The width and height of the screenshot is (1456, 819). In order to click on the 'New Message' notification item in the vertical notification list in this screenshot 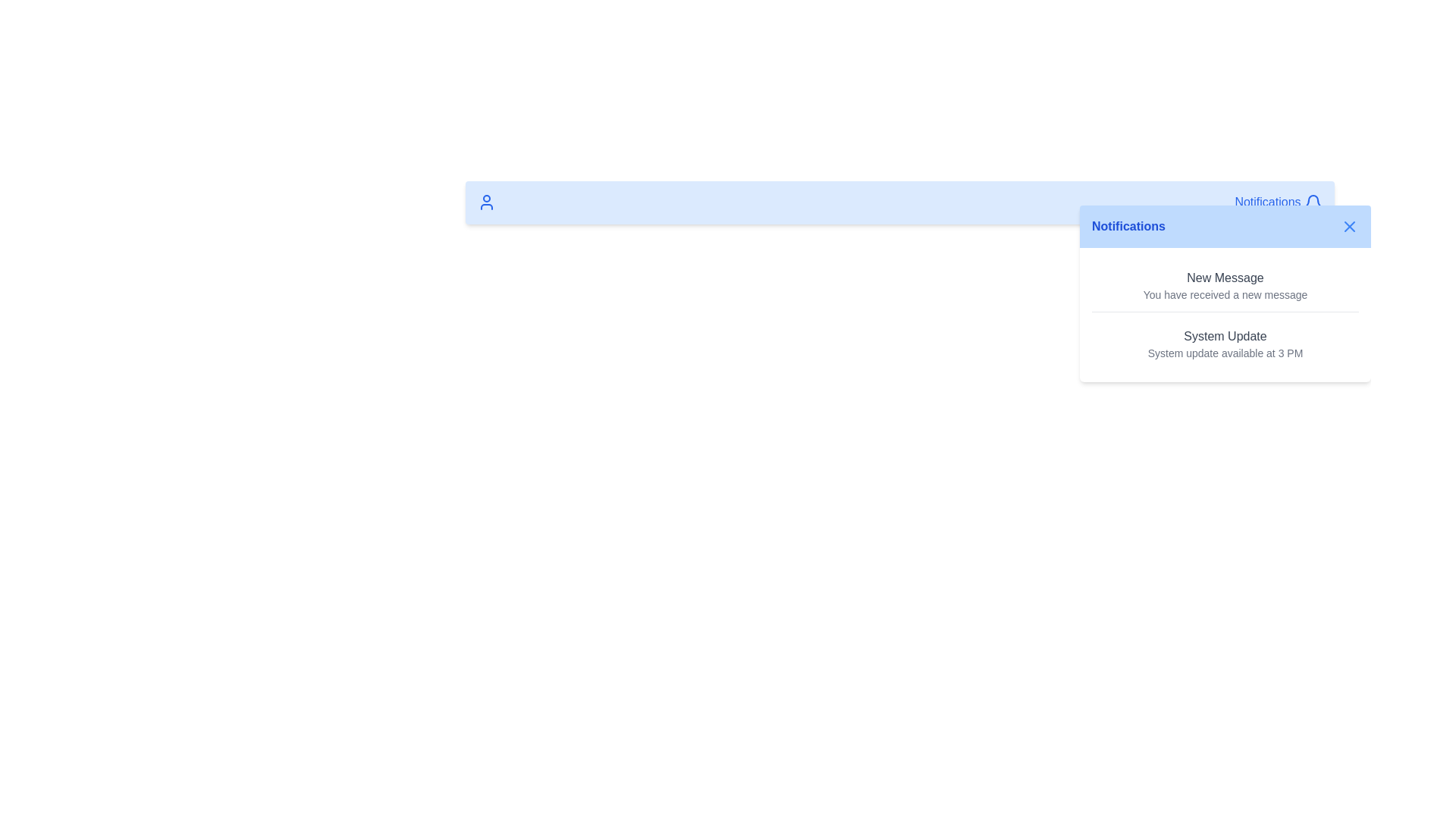, I will do `click(1225, 286)`.